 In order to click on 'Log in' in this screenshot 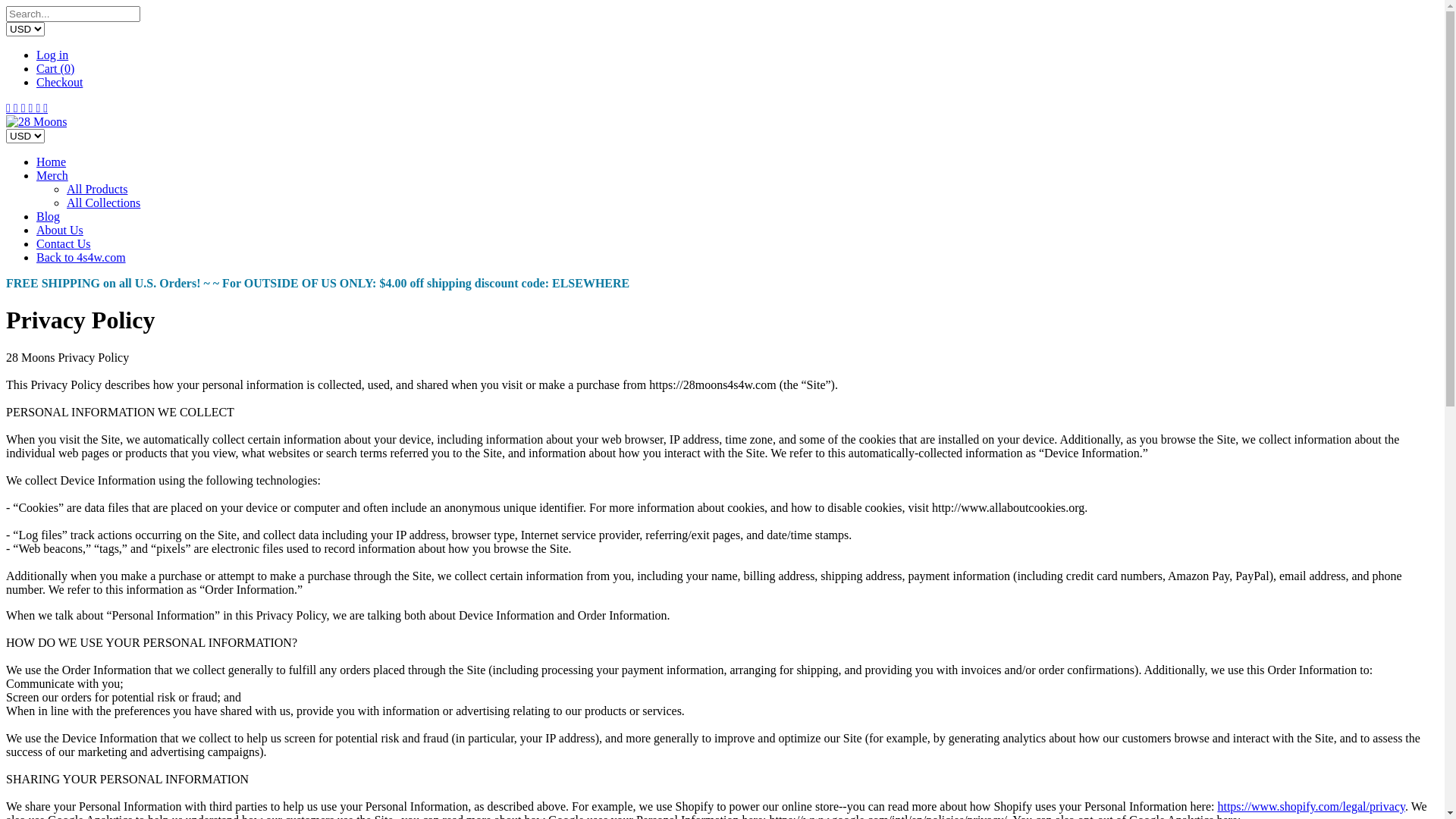, I will do `click(52, 54)`.